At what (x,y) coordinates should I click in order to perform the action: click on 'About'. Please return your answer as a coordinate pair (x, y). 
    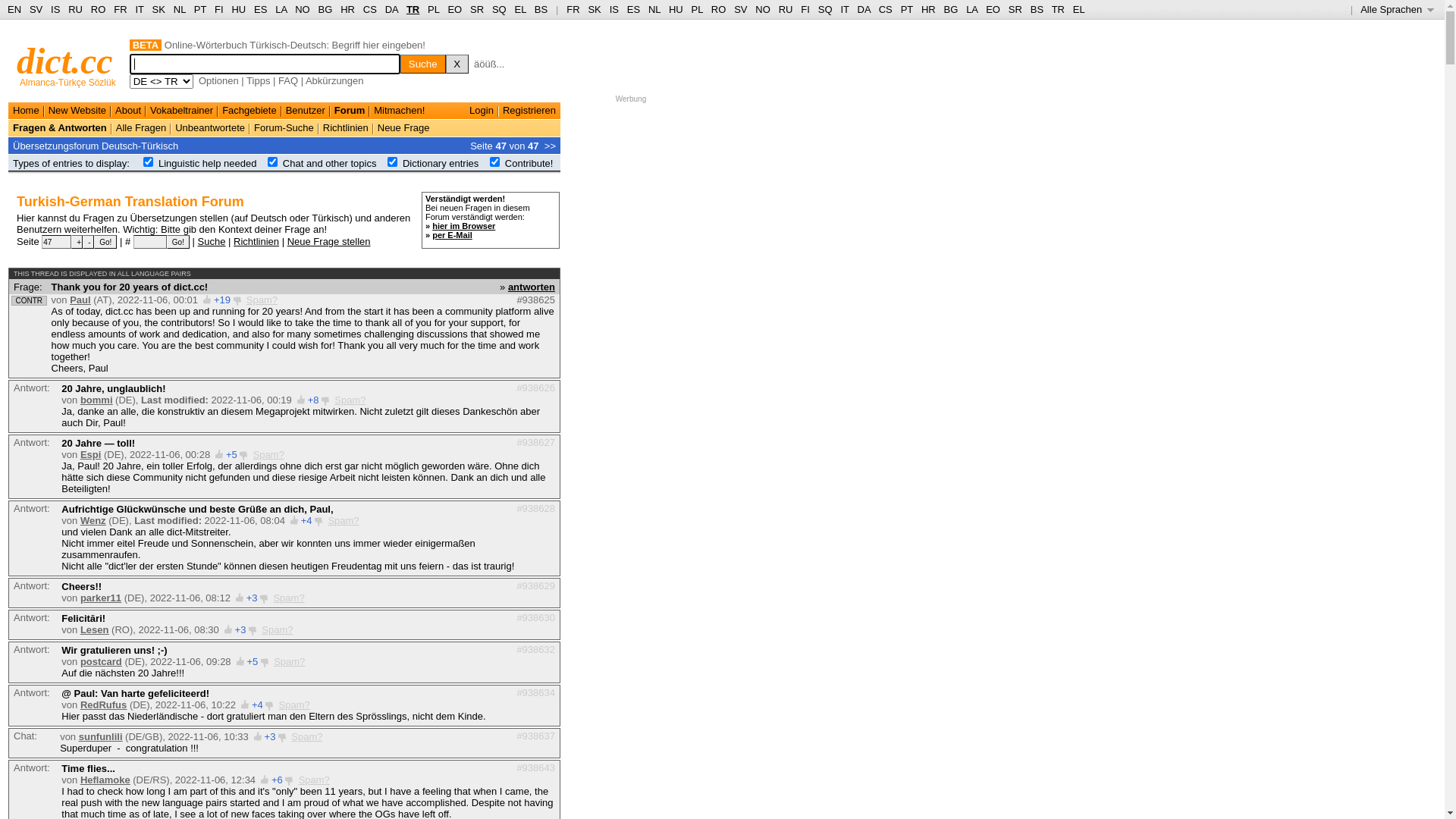
    Looking at the image, I should click on (127, 109).